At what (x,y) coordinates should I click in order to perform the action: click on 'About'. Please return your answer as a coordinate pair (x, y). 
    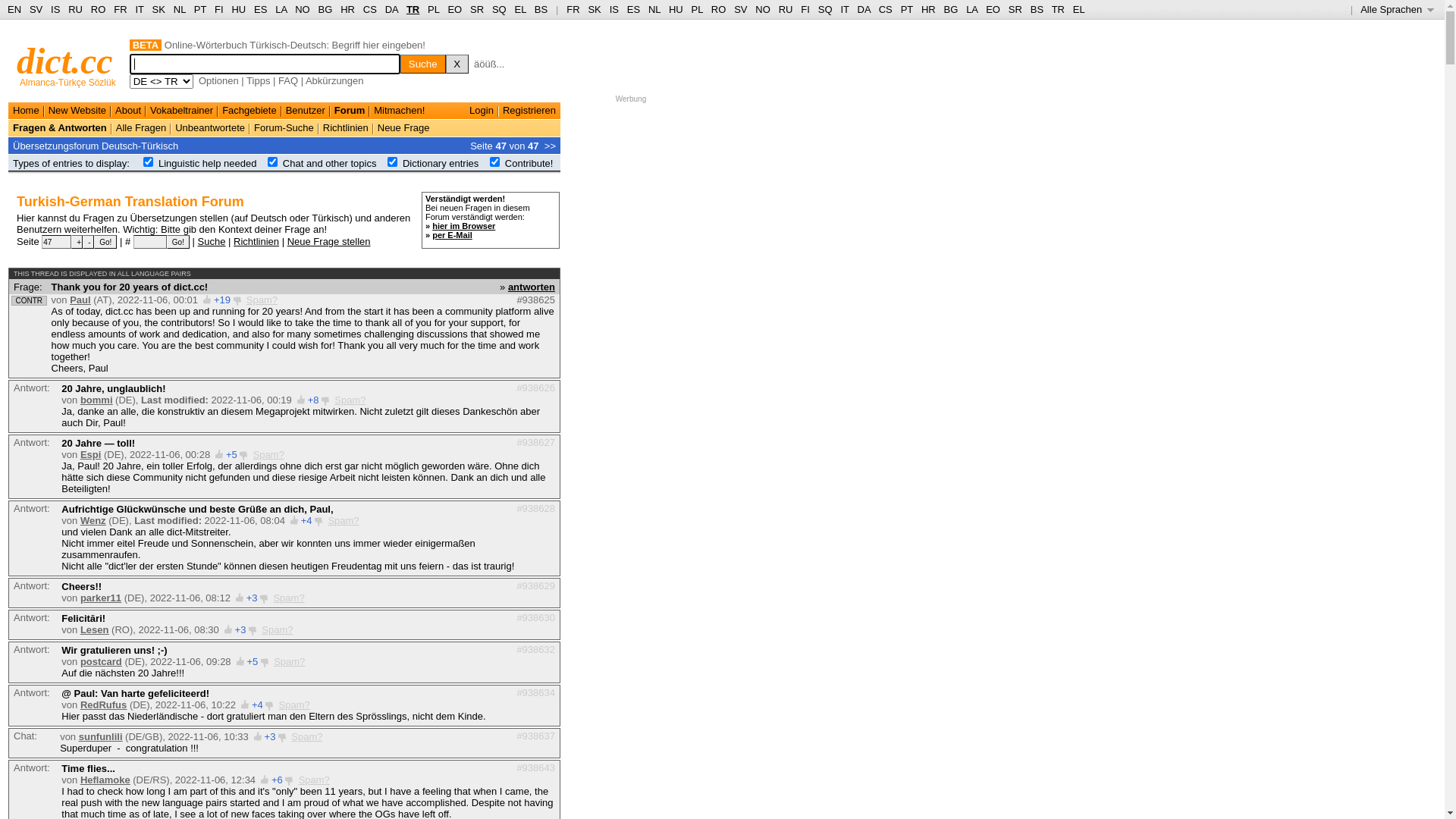
    Looking at the image, I should click on (127, 109).